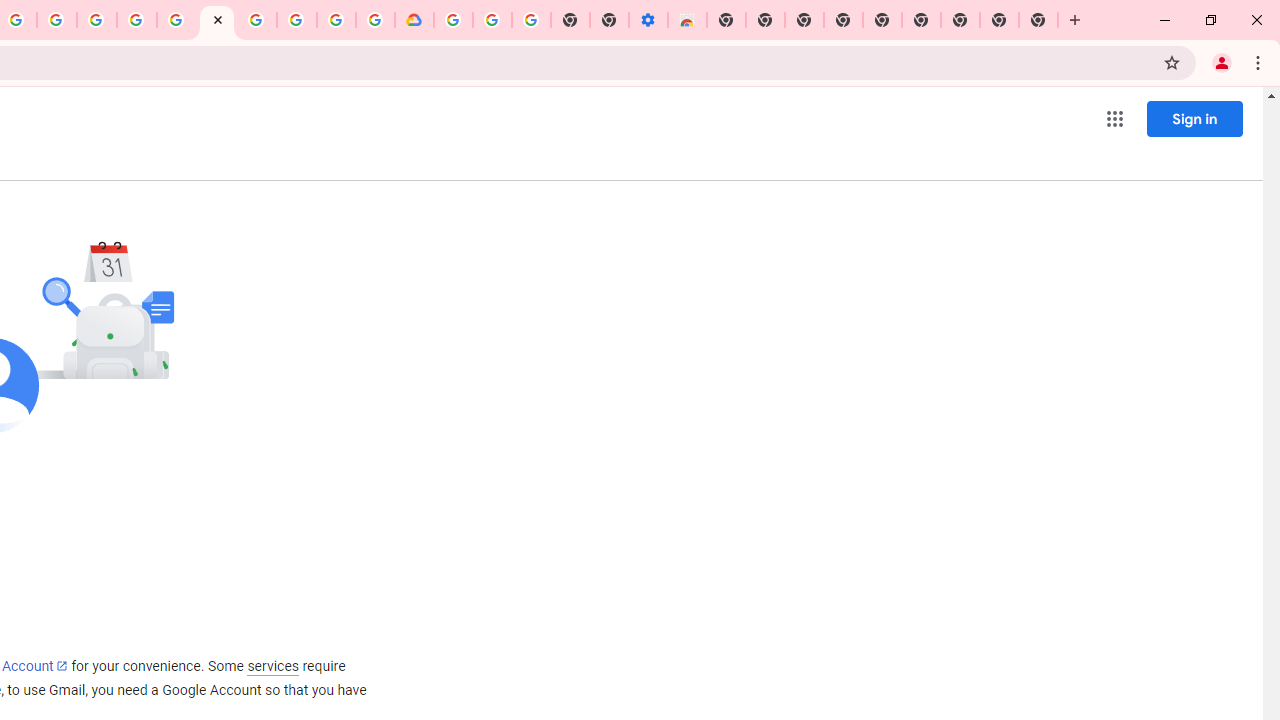  I want to click on 'New Tab', so click(1038, 20).